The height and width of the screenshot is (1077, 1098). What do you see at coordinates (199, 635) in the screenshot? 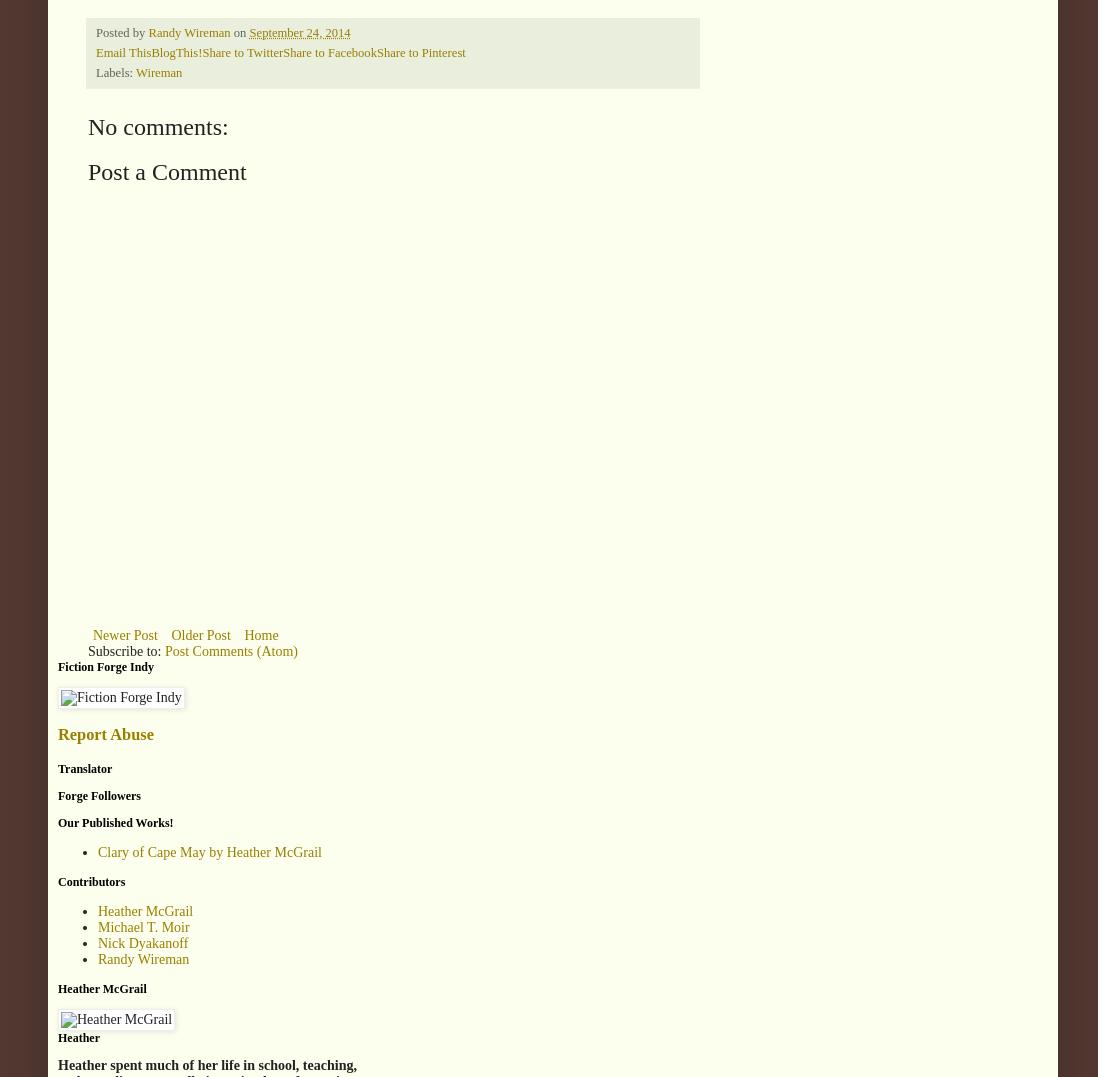
I see `'Older Post'` at bounding box center [199, 635].